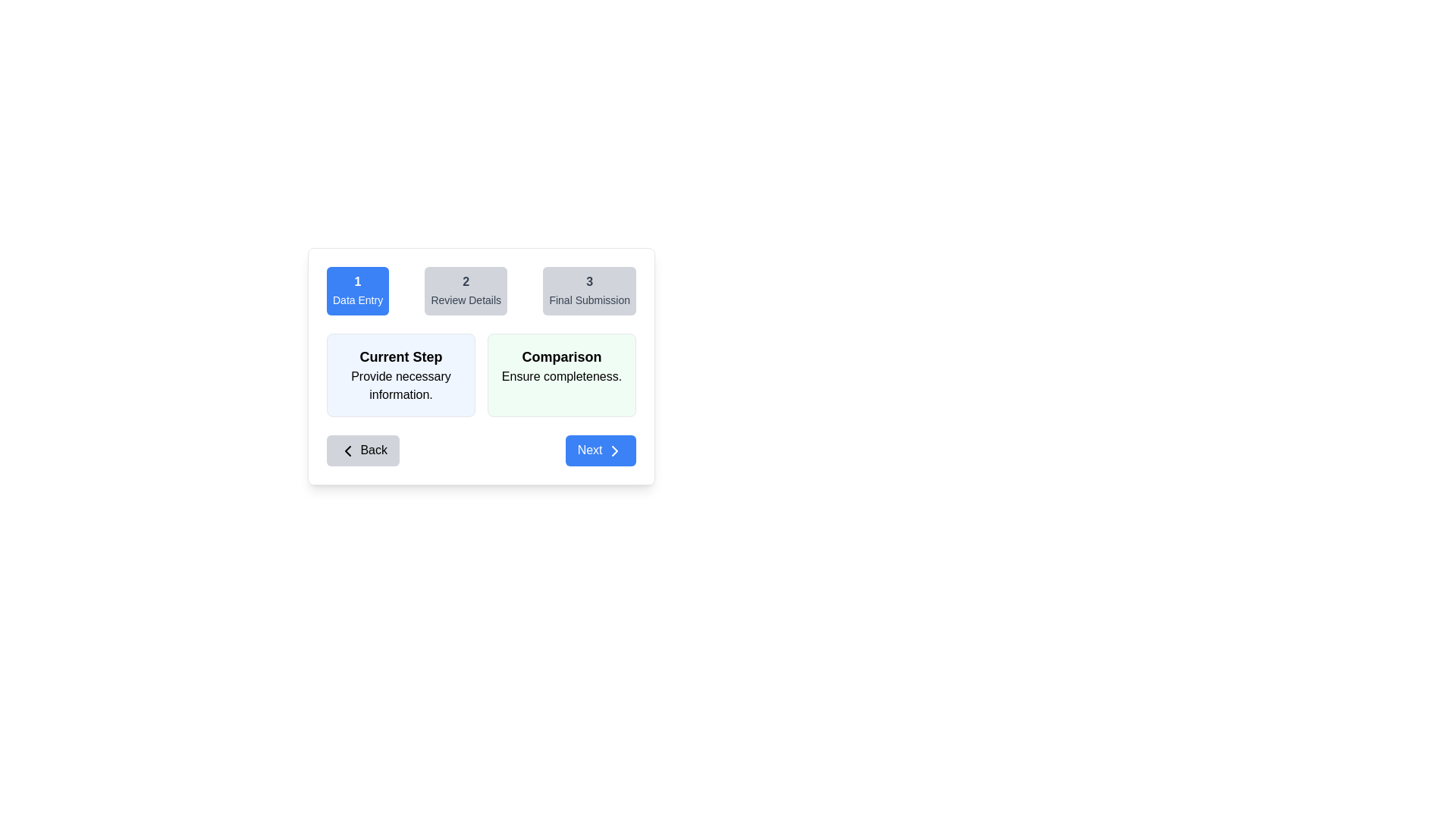 This screenshot has width=1456, height=819. I want to click on the text label displaying 'Review Details', which is styled in a smaller gray font and located under the number '2' in the second column of a horizontal step indicator, so click(465, 300).